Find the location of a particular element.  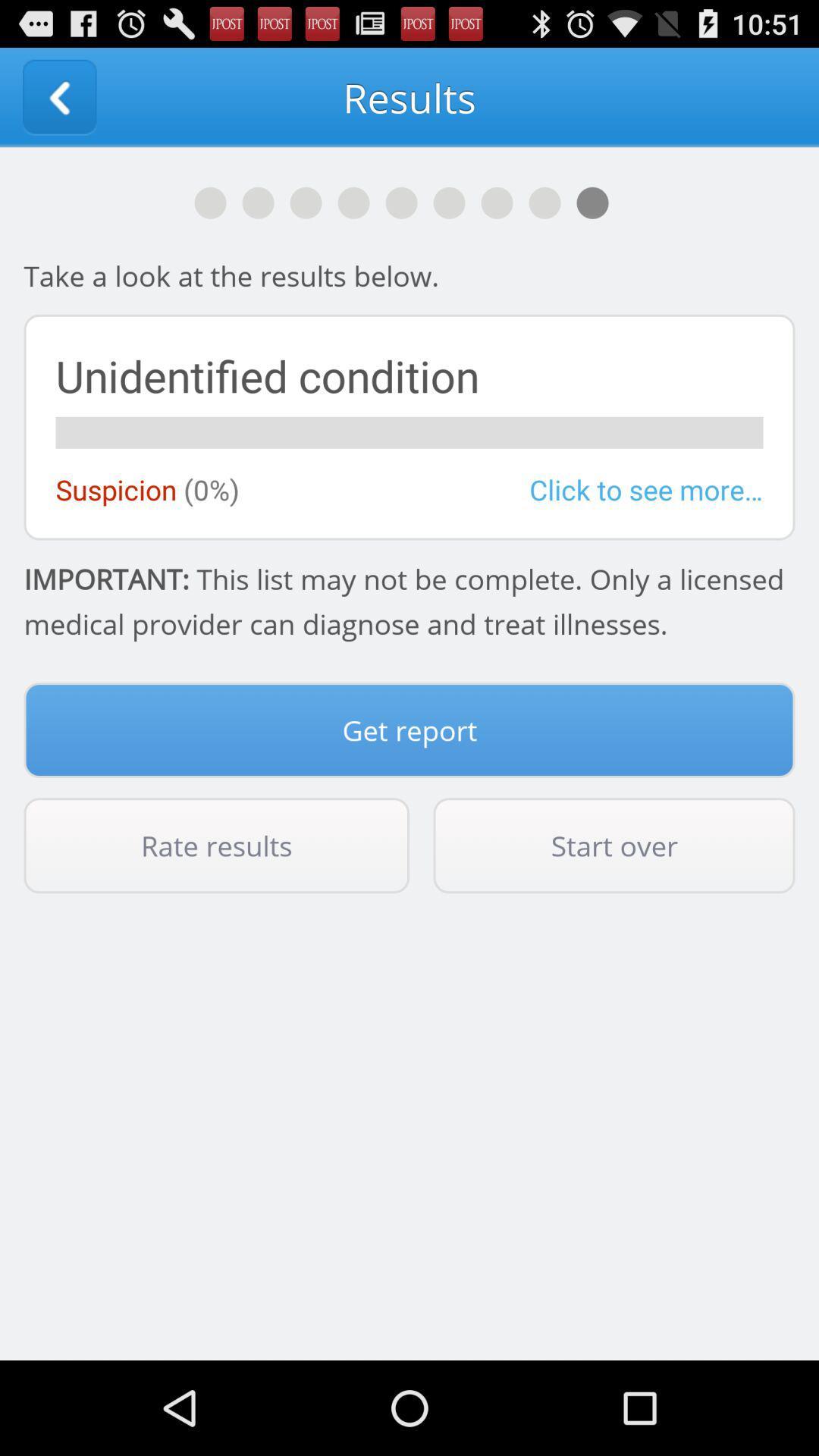

start over item is located at coordinates (614, 845).